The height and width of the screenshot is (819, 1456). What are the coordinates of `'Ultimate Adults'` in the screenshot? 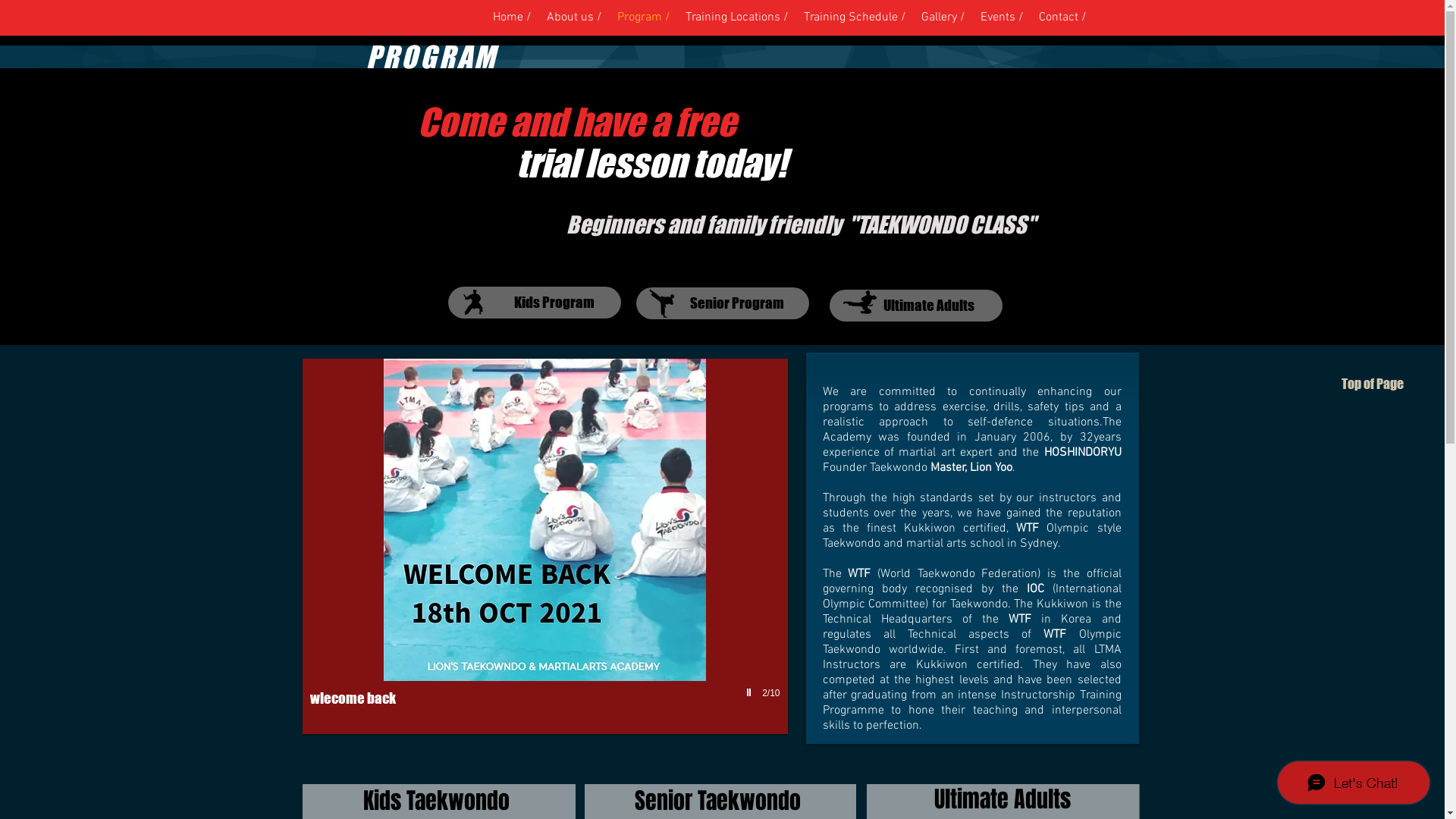 It's located at (915, 305).